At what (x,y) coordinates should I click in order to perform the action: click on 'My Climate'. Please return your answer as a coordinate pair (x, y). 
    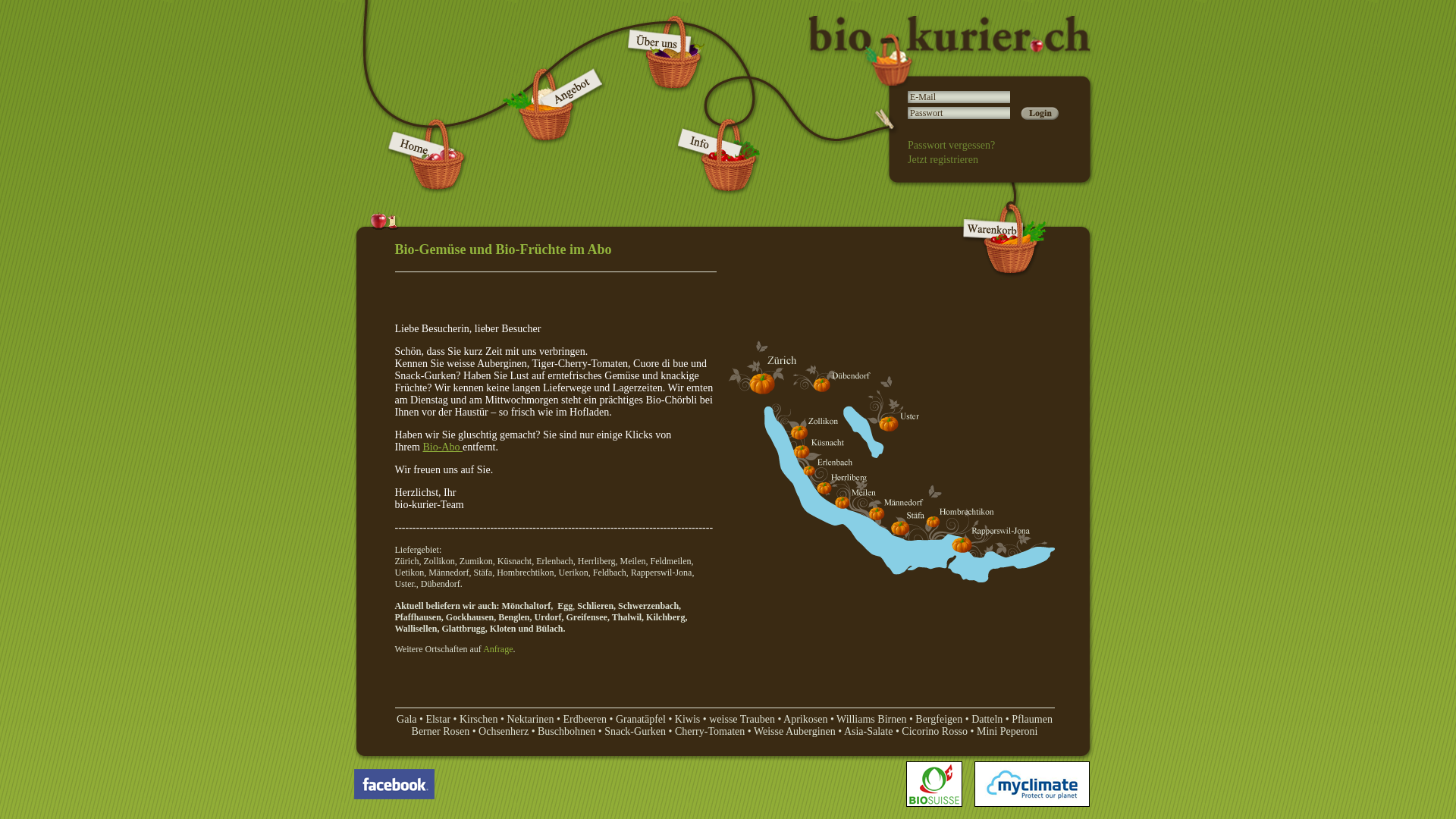
    Looking at the image, I should click on (1037, 802).